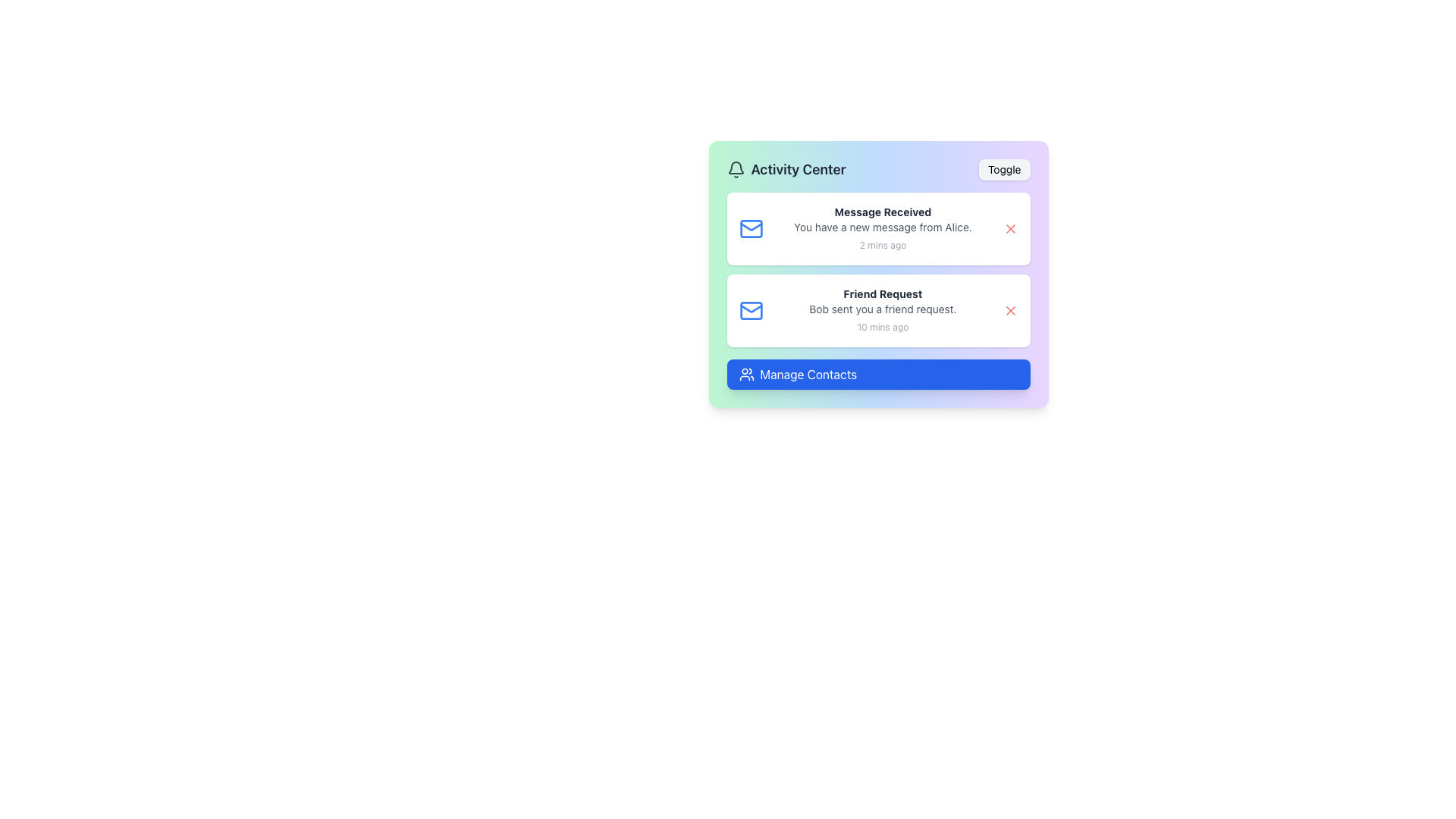  What do you see at coordinates (746, 374) in the screenshot?
I see `group of people icon located inside the blue 'Manage Contacts' button at the bottom of the activity panel` at bounding box center [746, 374].